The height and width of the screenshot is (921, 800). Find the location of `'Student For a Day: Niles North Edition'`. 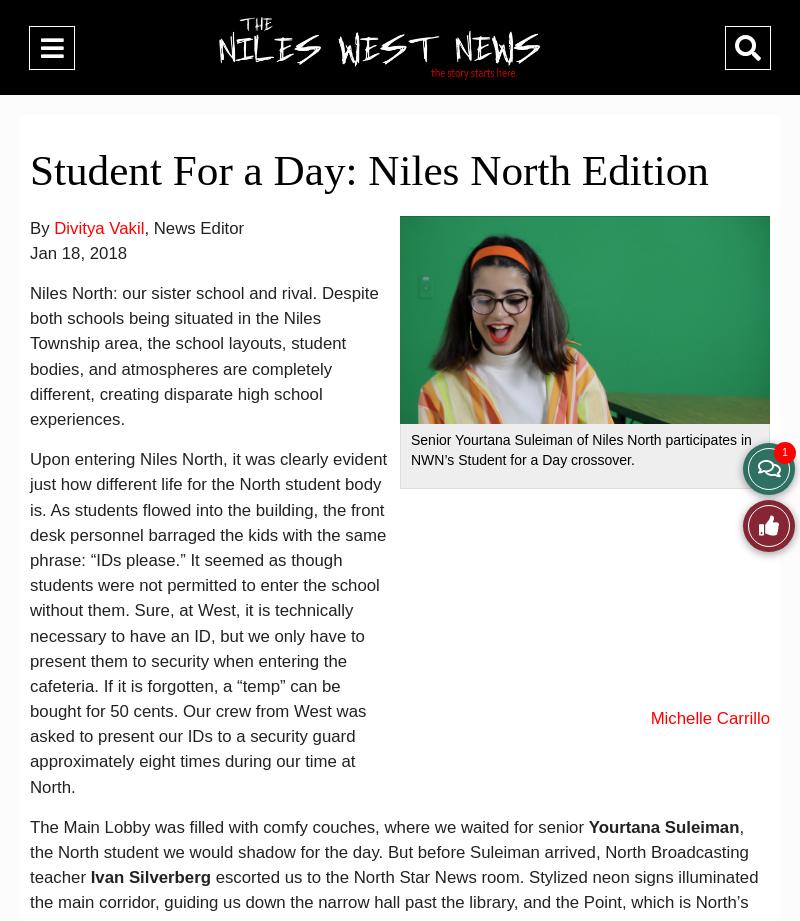

'Student For a Day: Niles North Edition' is located at coordinates (30, 168).